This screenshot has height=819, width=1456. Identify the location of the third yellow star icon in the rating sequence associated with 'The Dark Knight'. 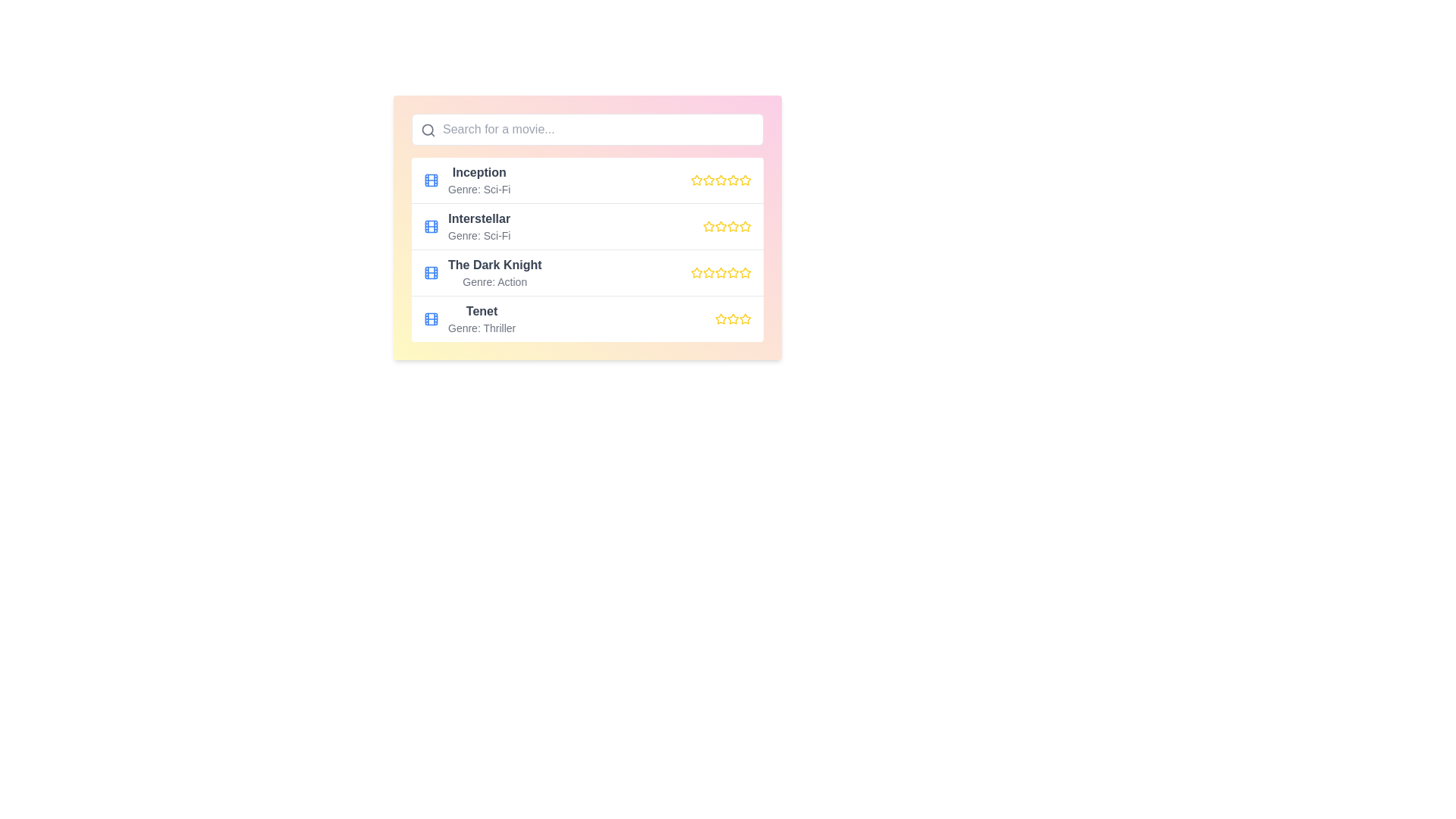
(720, 271).